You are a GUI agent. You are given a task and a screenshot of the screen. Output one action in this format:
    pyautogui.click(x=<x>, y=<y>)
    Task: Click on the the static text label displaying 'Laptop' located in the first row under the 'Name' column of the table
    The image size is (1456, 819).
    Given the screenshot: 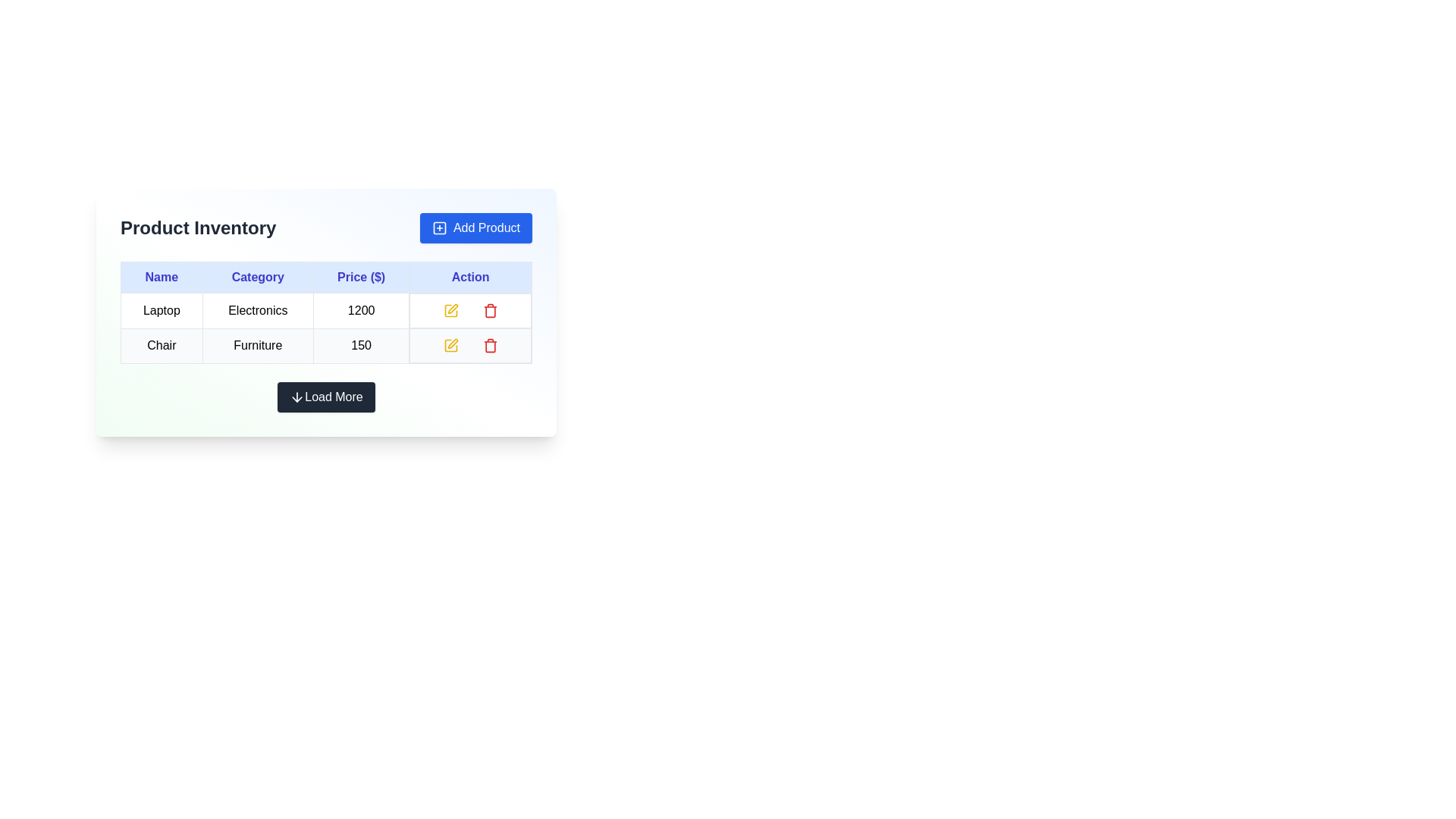 What is the action you would take?
    pyautogui.click(x=162, y=309)
    